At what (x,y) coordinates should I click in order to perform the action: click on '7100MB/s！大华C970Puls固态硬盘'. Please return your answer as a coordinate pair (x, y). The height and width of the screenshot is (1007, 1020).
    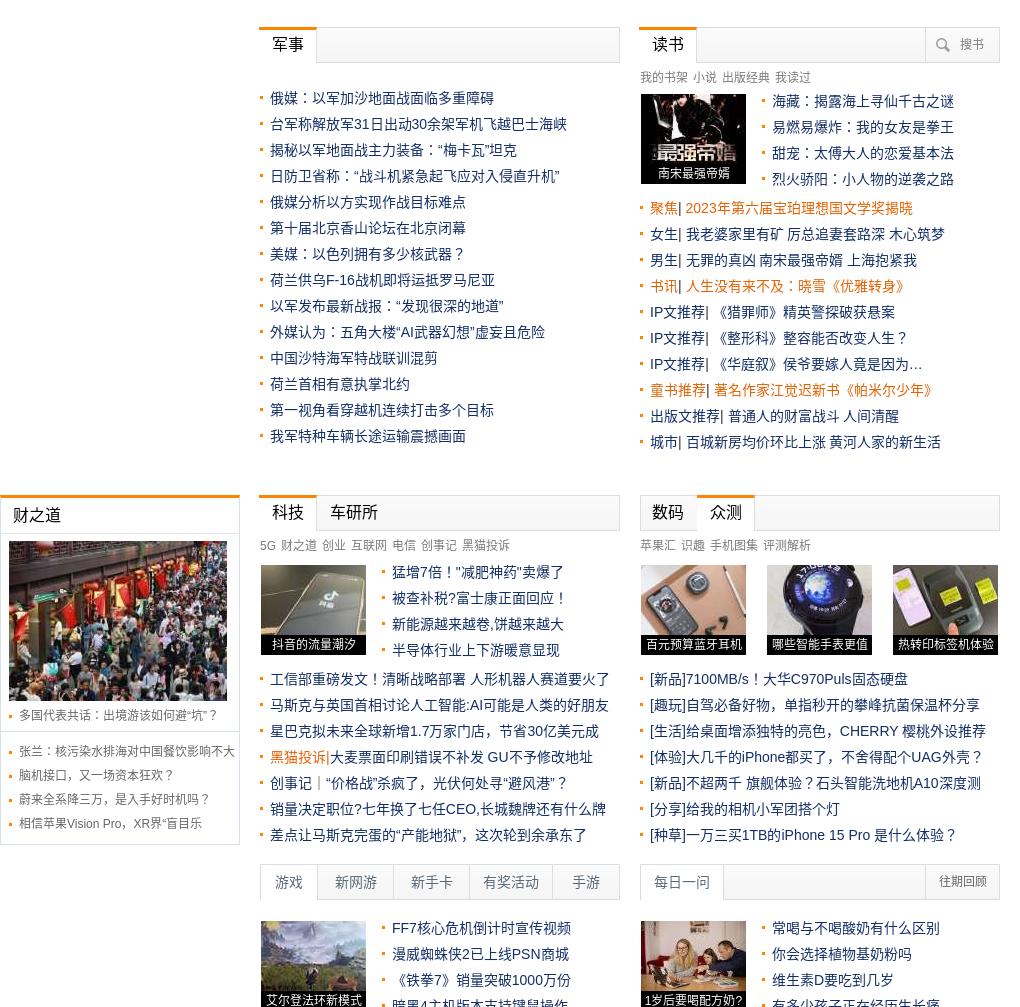
    Looking at the image, I should click on (795, 678).